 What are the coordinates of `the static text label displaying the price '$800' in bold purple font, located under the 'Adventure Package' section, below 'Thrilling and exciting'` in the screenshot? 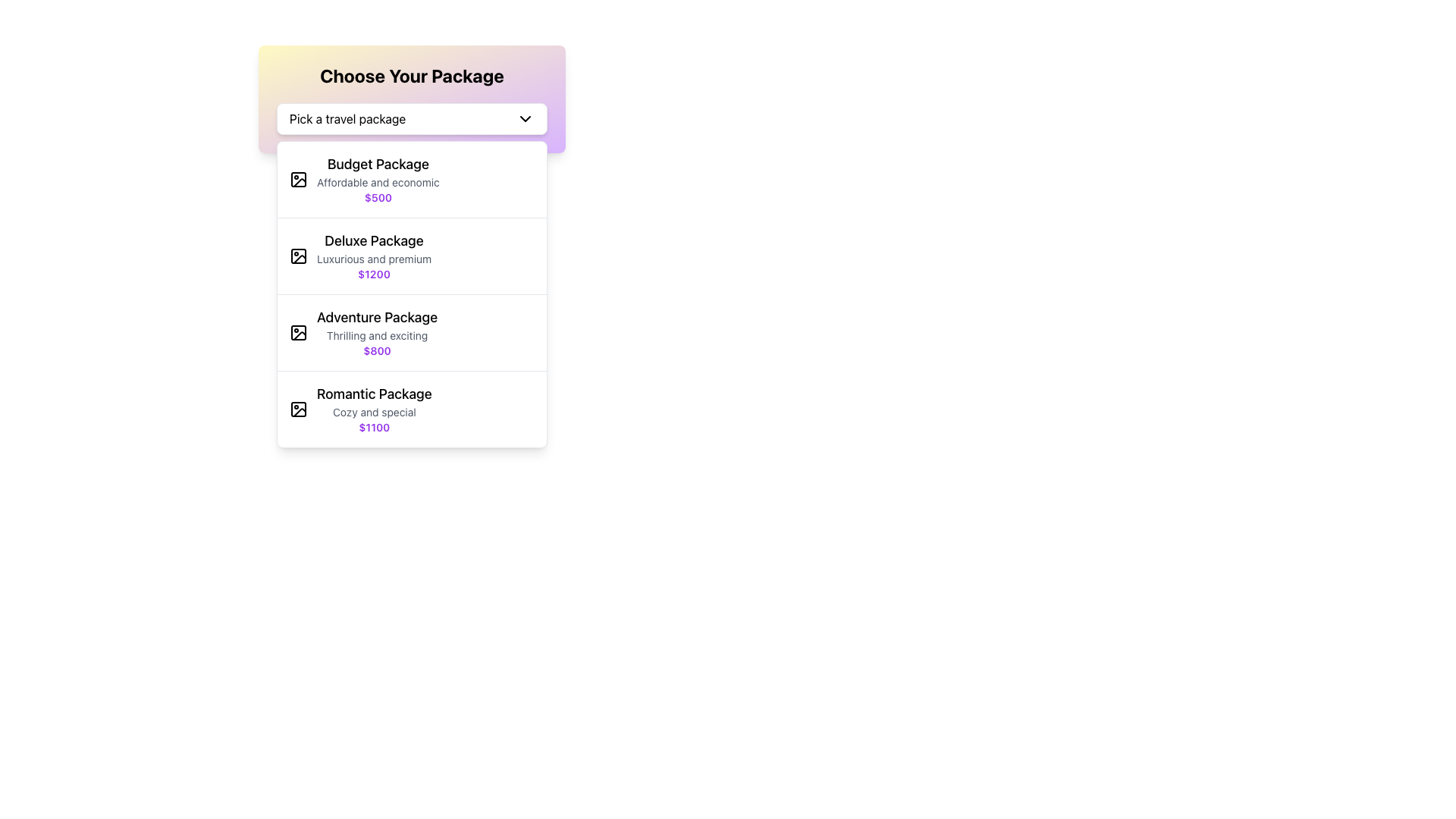 It's located at (377, 350).